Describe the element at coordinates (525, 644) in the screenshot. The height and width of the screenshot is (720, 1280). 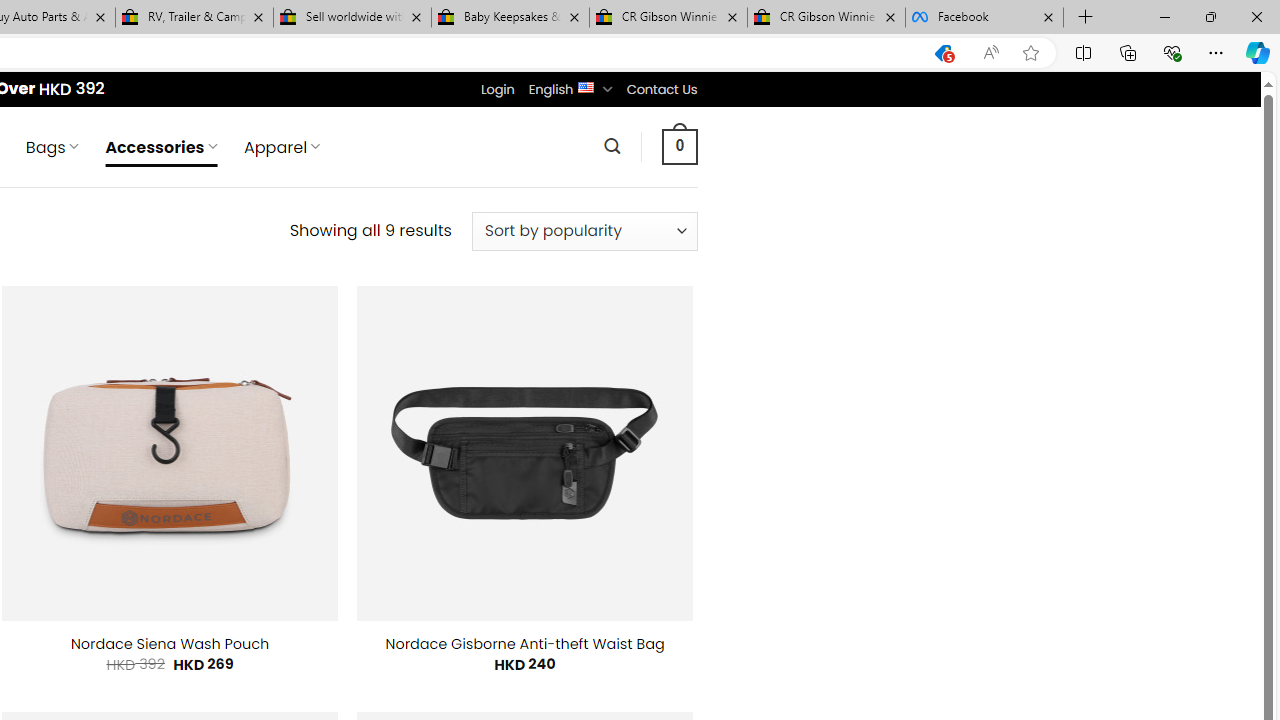
I see `'Nordace Gisborne Anti-theft Waist Bag'` at that location.